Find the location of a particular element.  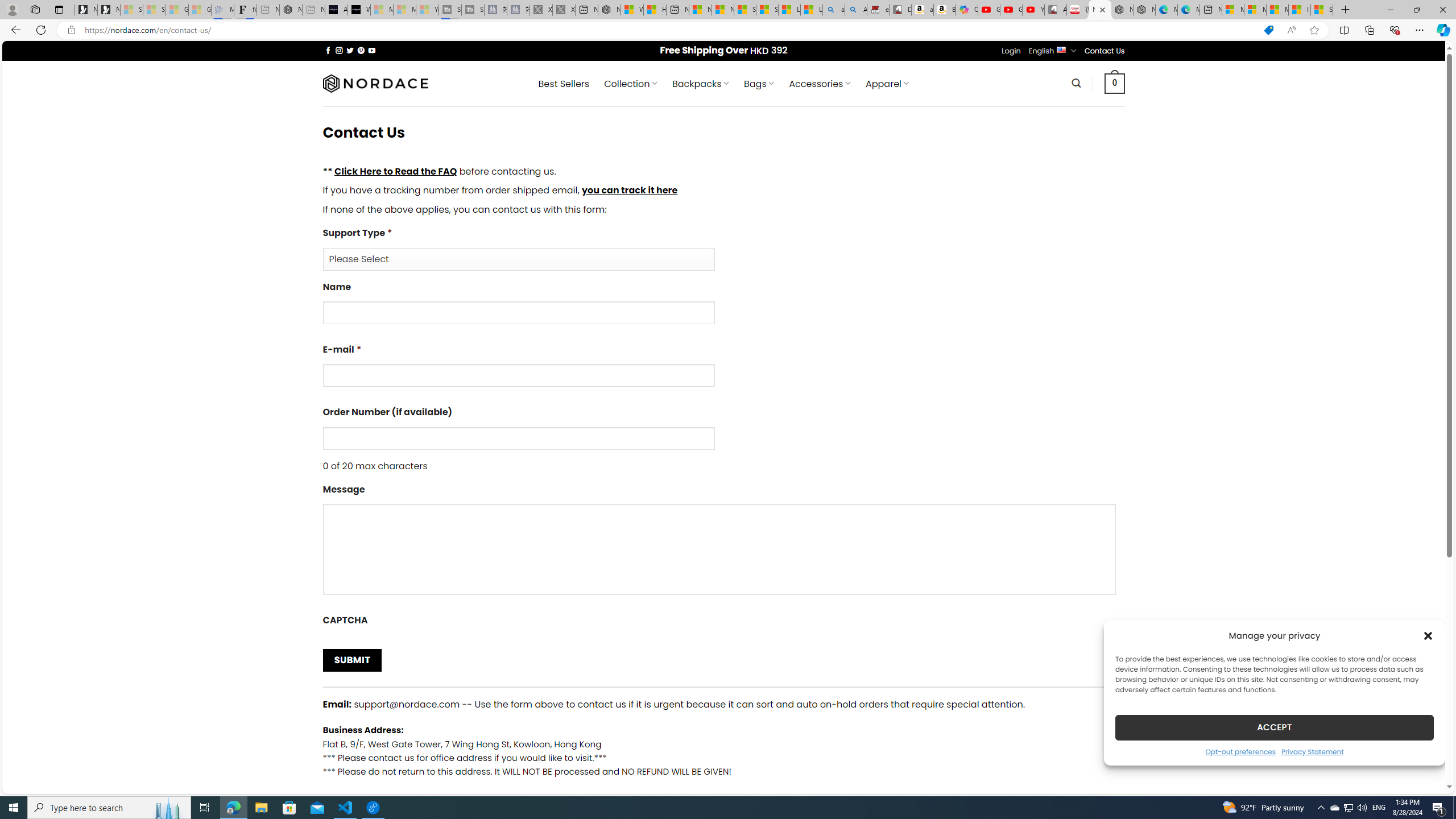

'Microsoft account | Privacy' is located at coordinates (1254, 9).